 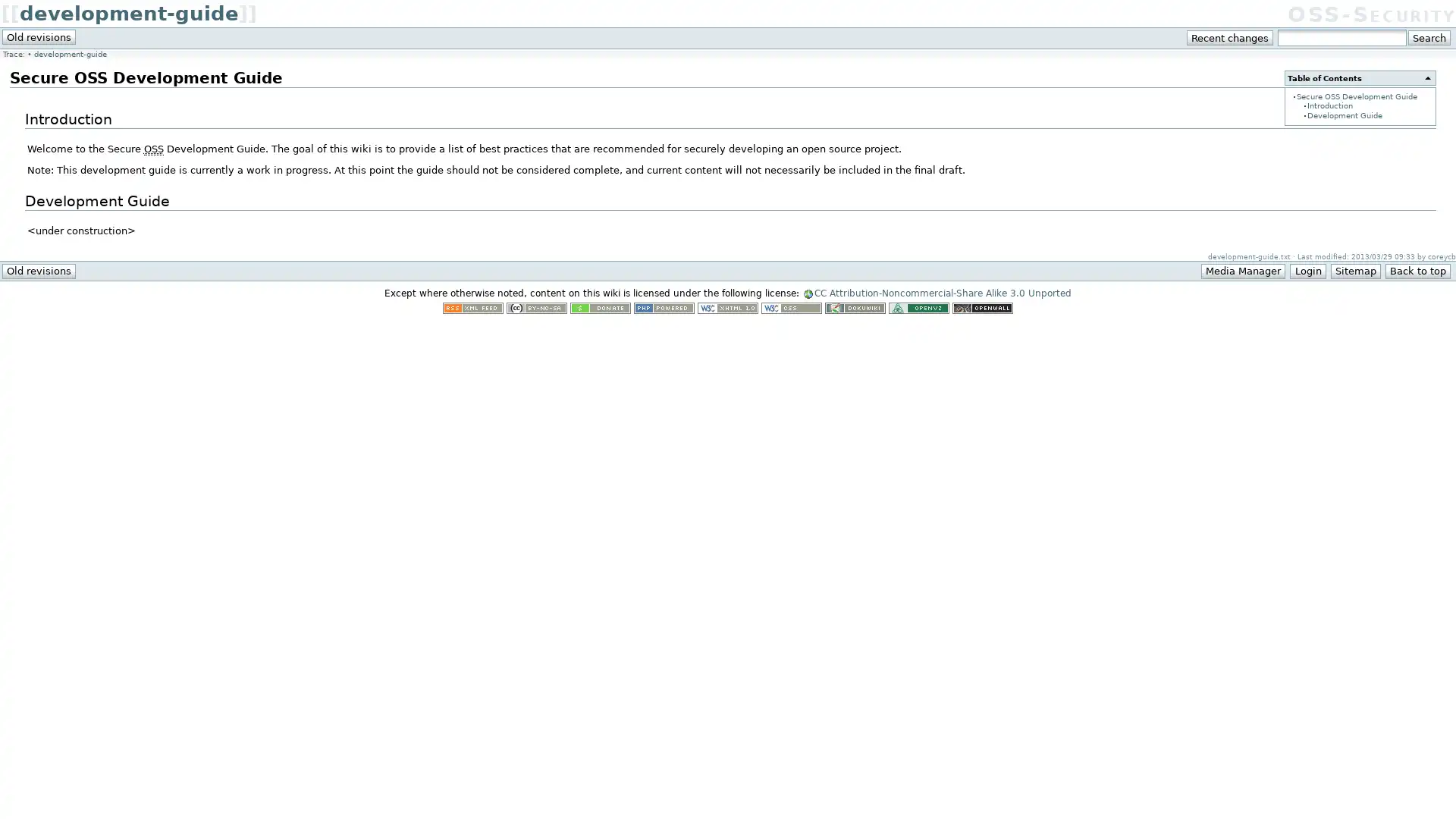 What do you see at coordinates (1230, 37) in the screenshot?
I see `Recent changes` at bounding box center [1230, 37].